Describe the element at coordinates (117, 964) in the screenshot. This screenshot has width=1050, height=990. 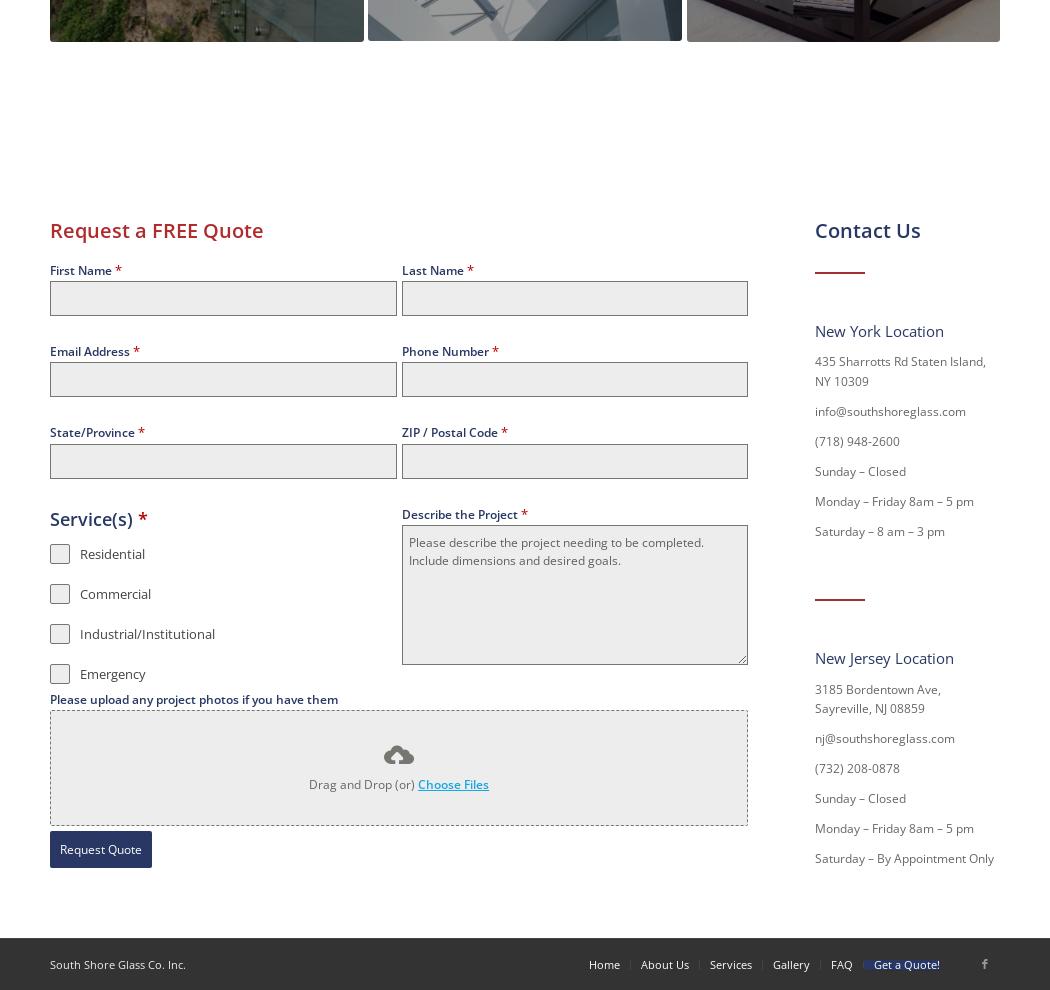
I see `'South Shore Glass Co. Inc.'` at that location.